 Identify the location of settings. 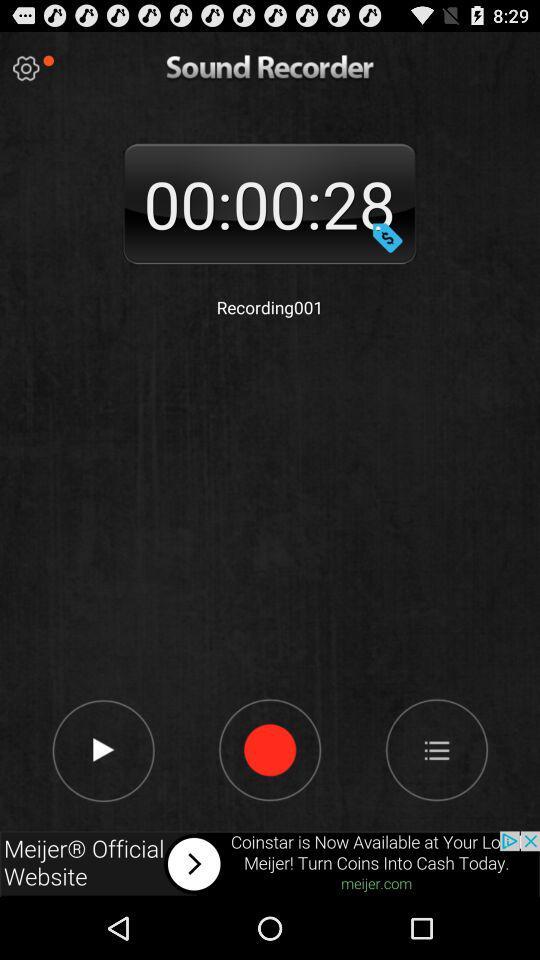
(25, 68).